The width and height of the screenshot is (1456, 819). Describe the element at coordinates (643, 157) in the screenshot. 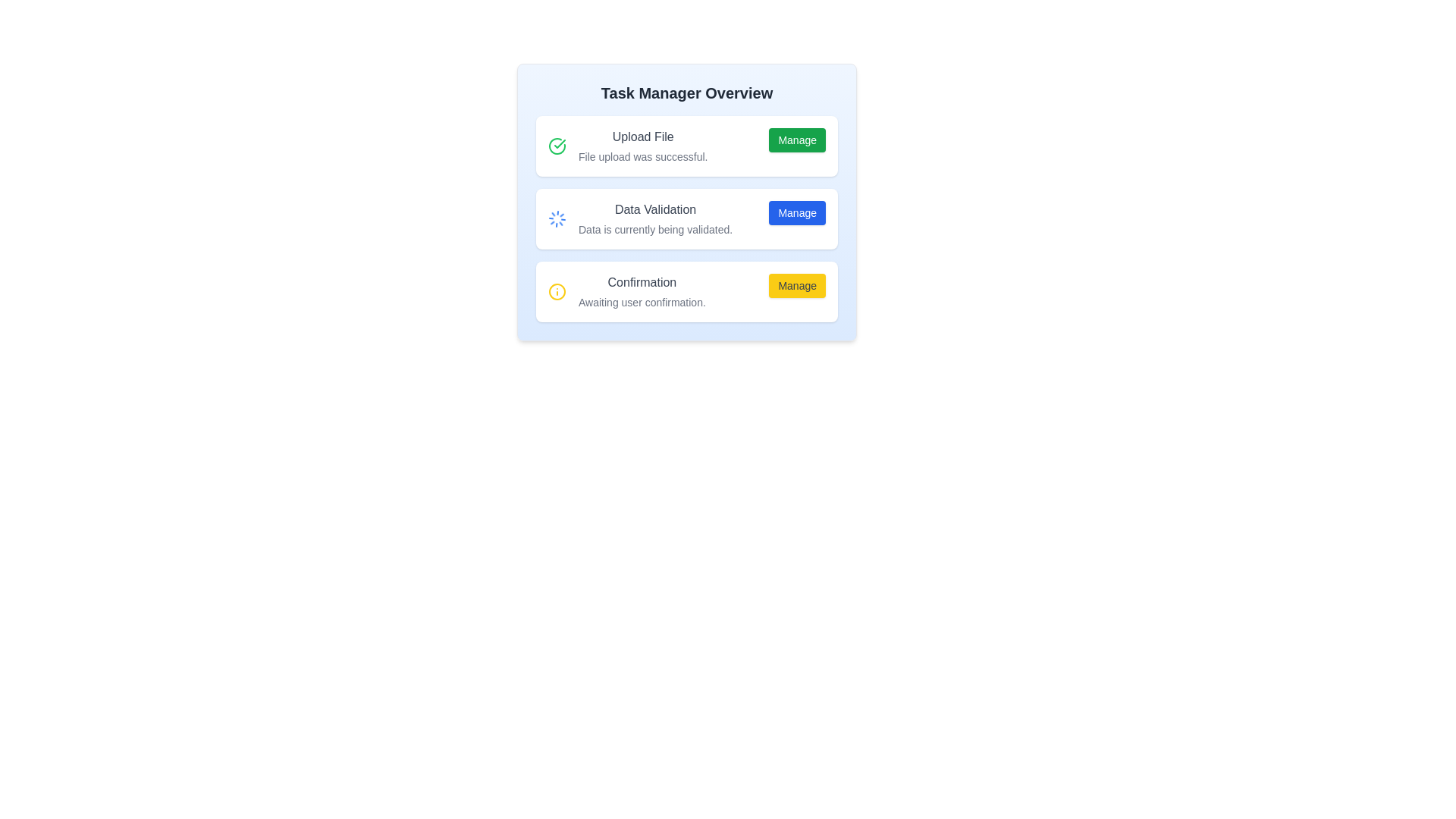

I see `the text label reading 'File upload was successful.' which is styled in a smaller font and lighter color, located under the 'Upload File' header within a card layout` at that location.